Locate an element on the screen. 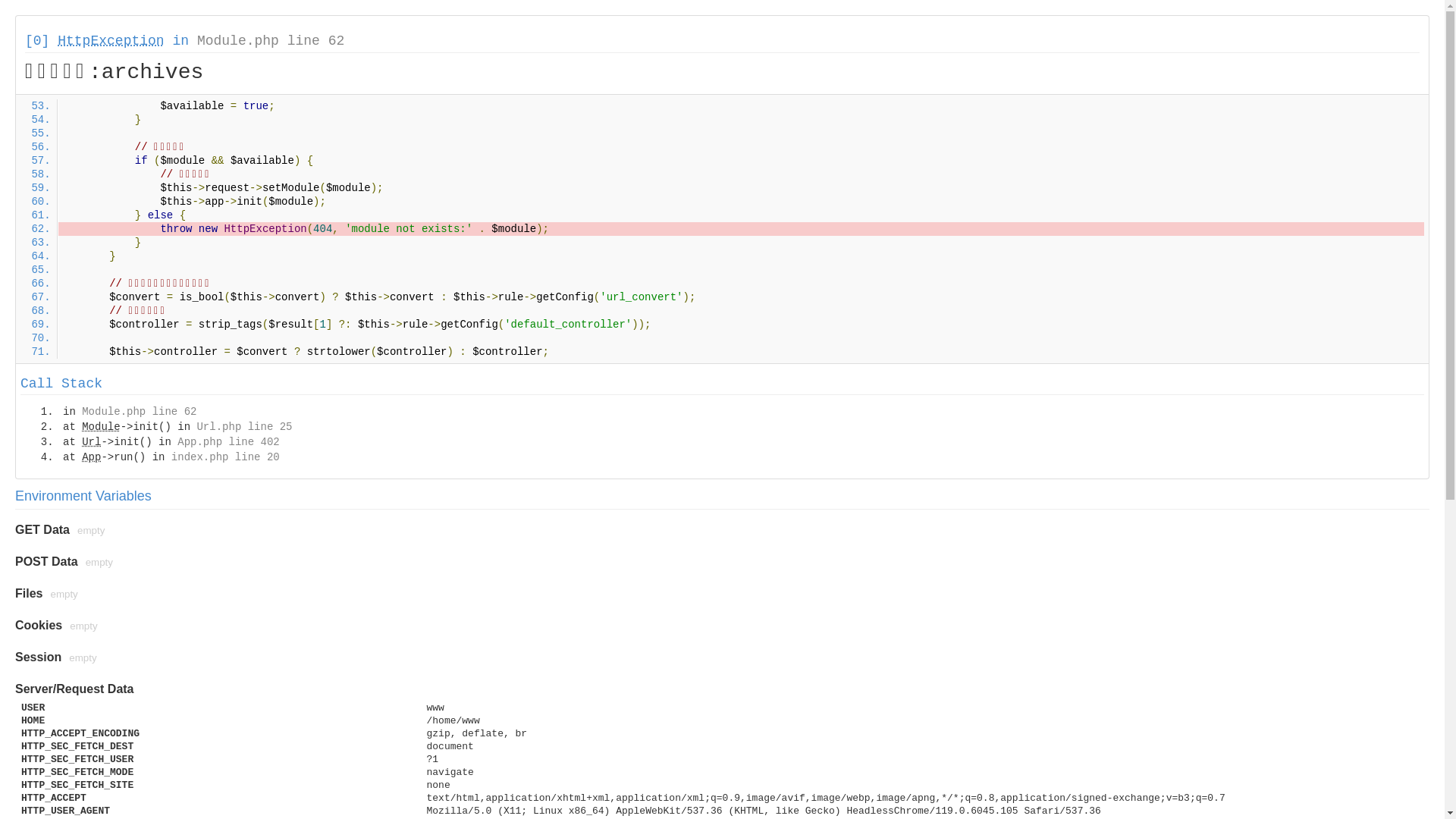  'Module.php line 62' is located at coordinates (81, 412).